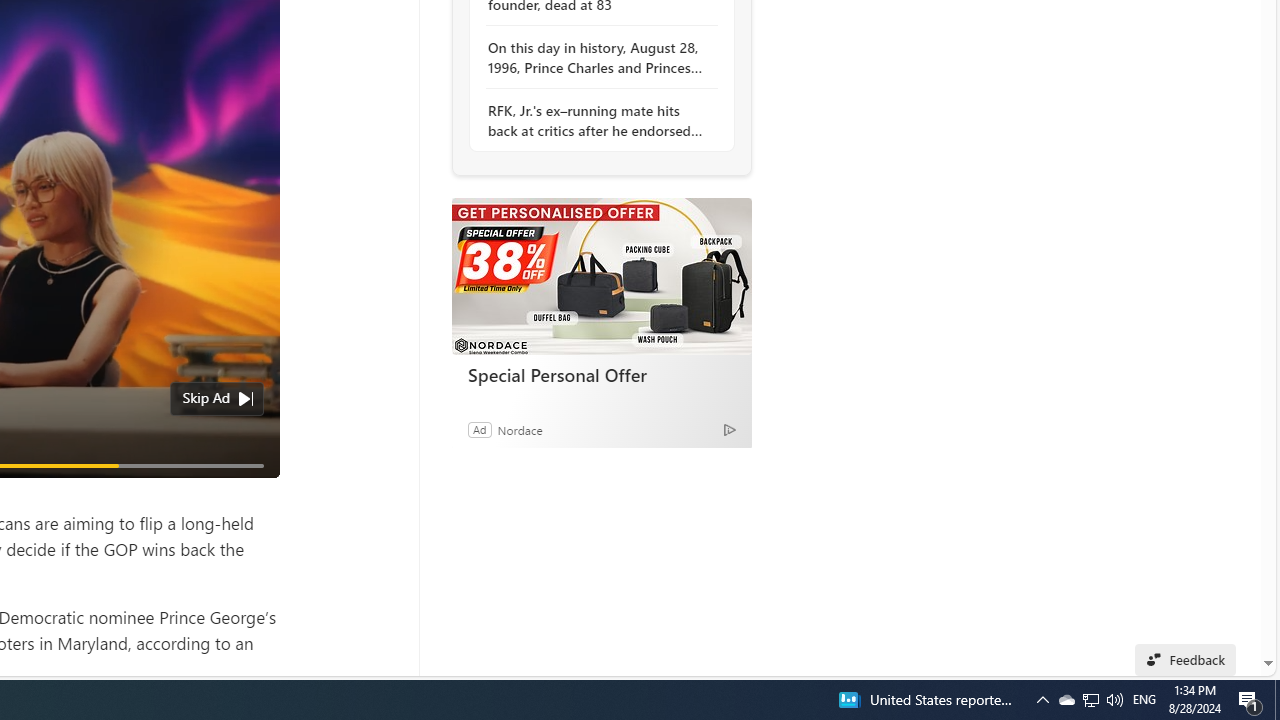 The height and width of the screenshot is (720, 1280). What do you see at coordinates (206, 398) in the screenshot?
I see `'Skip Ad'` at bounding box center [206, 398].